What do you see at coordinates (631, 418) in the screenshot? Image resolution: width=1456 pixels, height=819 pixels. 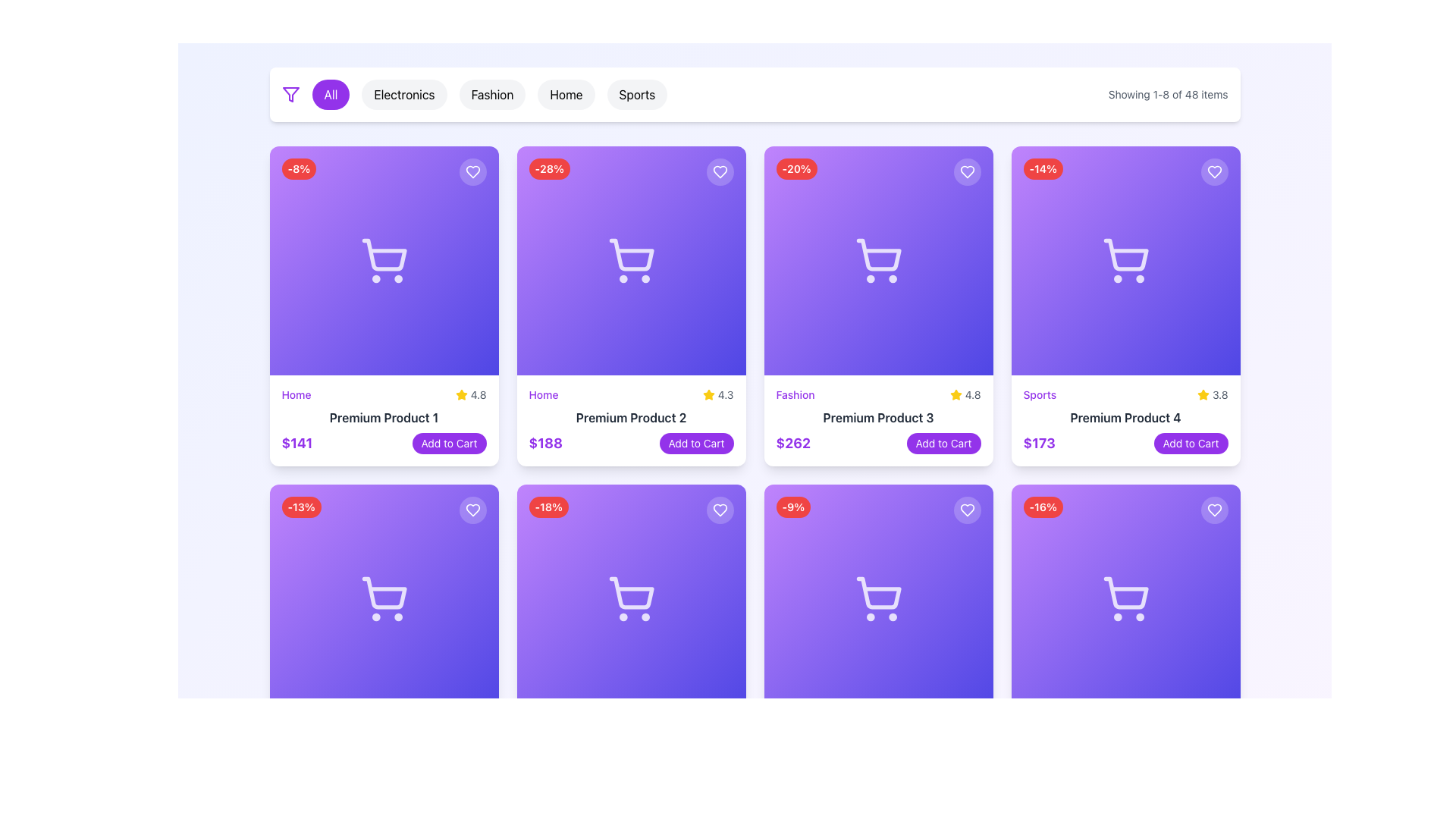 I see `the product title text label located in the second item of the first row in the grid layout, which is positioned below the category information and above the price and 'Add to Cart' button` at bounding box center [631, 418].